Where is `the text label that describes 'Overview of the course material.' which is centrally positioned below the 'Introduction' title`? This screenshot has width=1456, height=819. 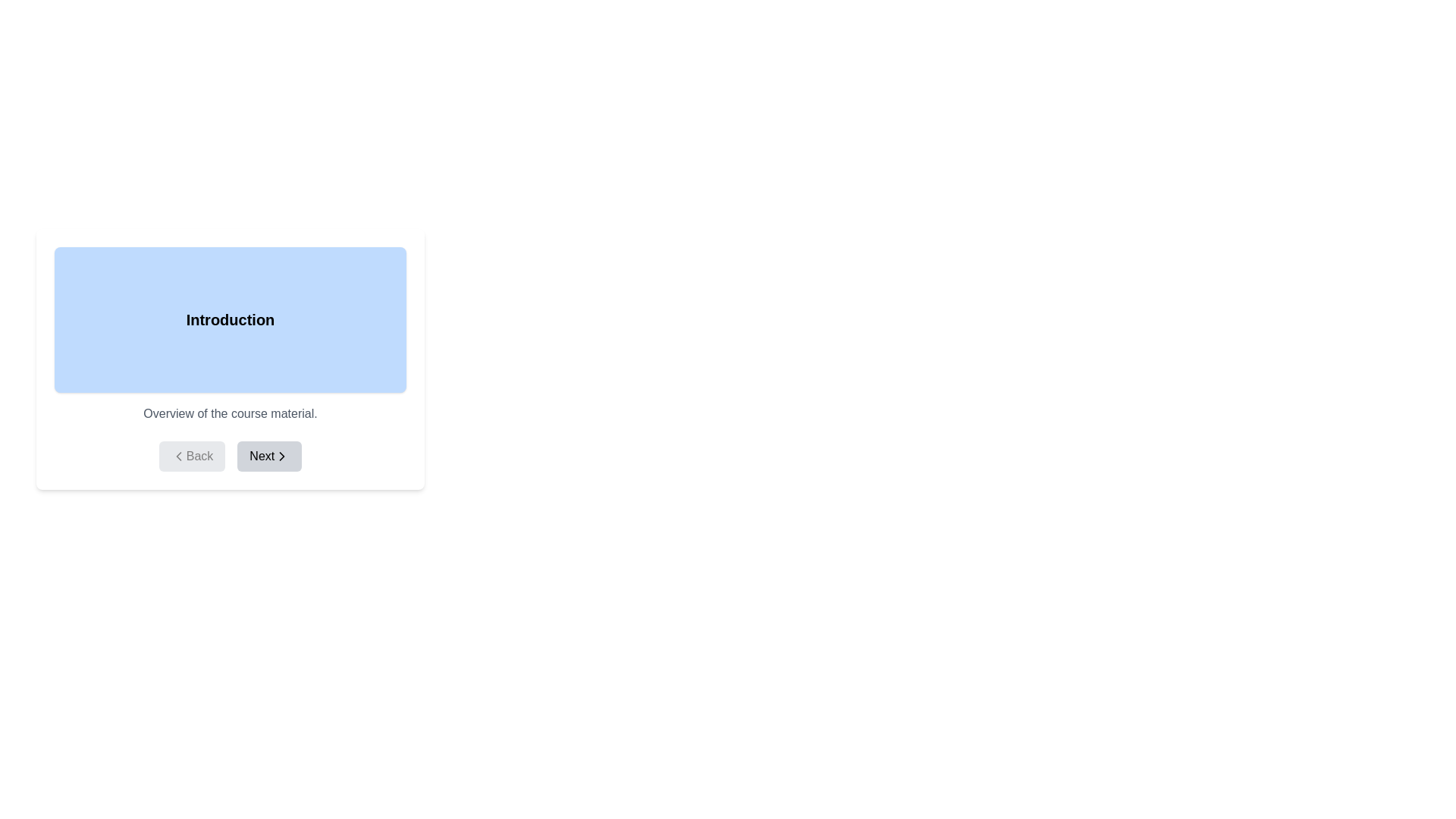
the text label that describes 'Overview of the course material.' which is centrally positioned below the 'Introduction' title is located at coordinates (229, 414).